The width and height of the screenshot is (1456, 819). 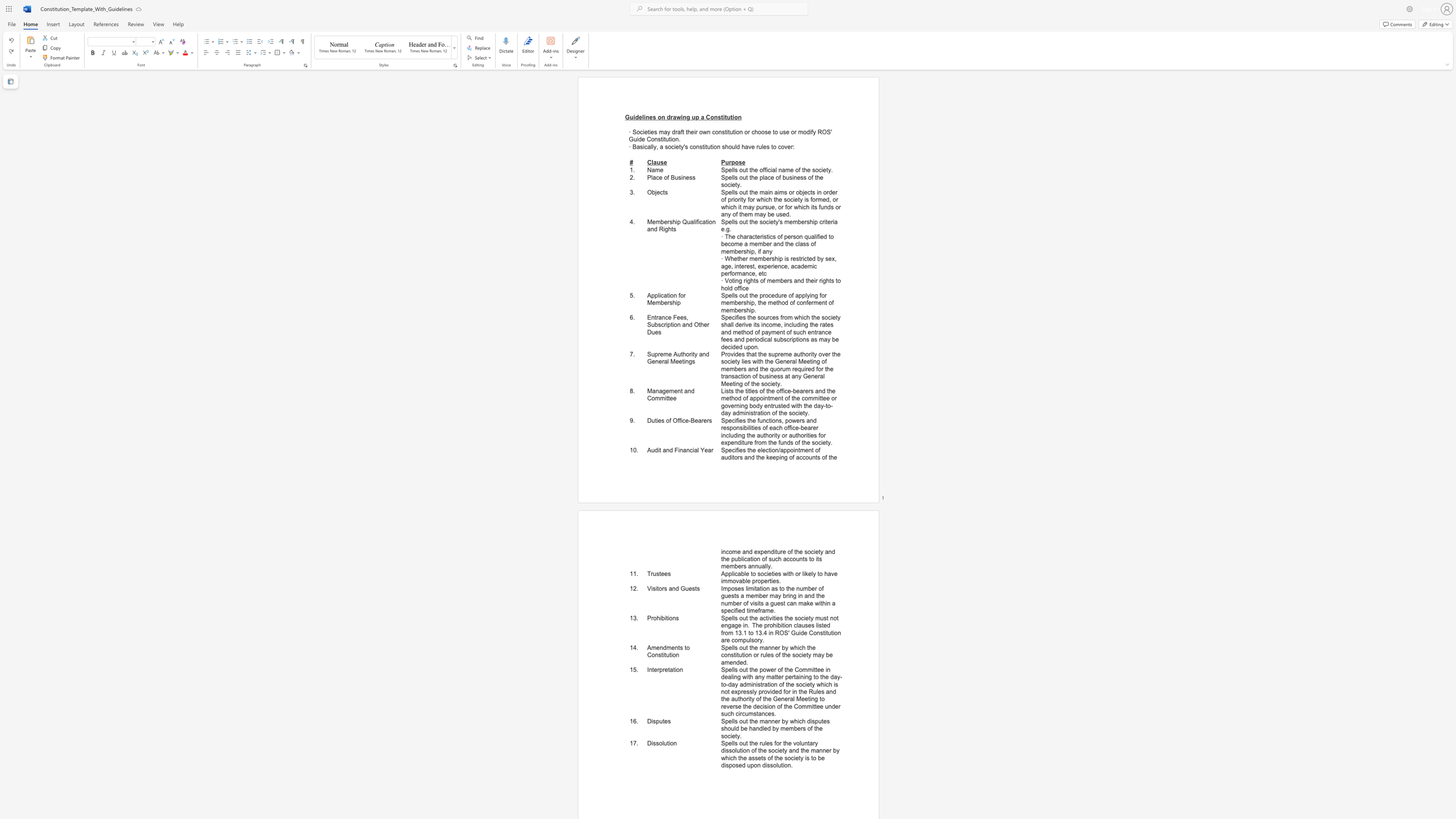 I want to click on the subset text "g." within the text "Spells out the society", so click(x=726, y=229).